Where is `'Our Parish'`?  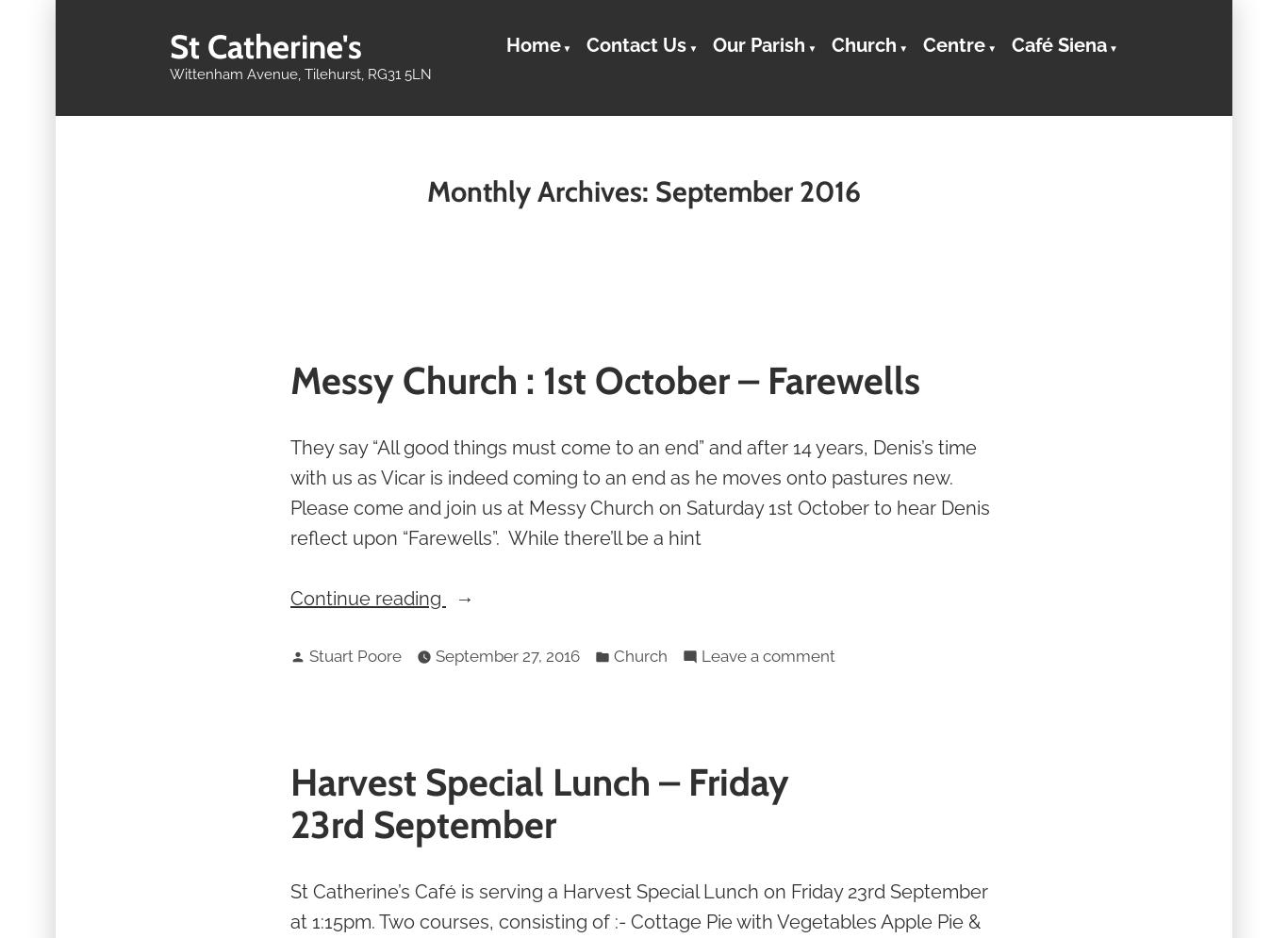
'Our Parish' is located at coordinates (757, 43).